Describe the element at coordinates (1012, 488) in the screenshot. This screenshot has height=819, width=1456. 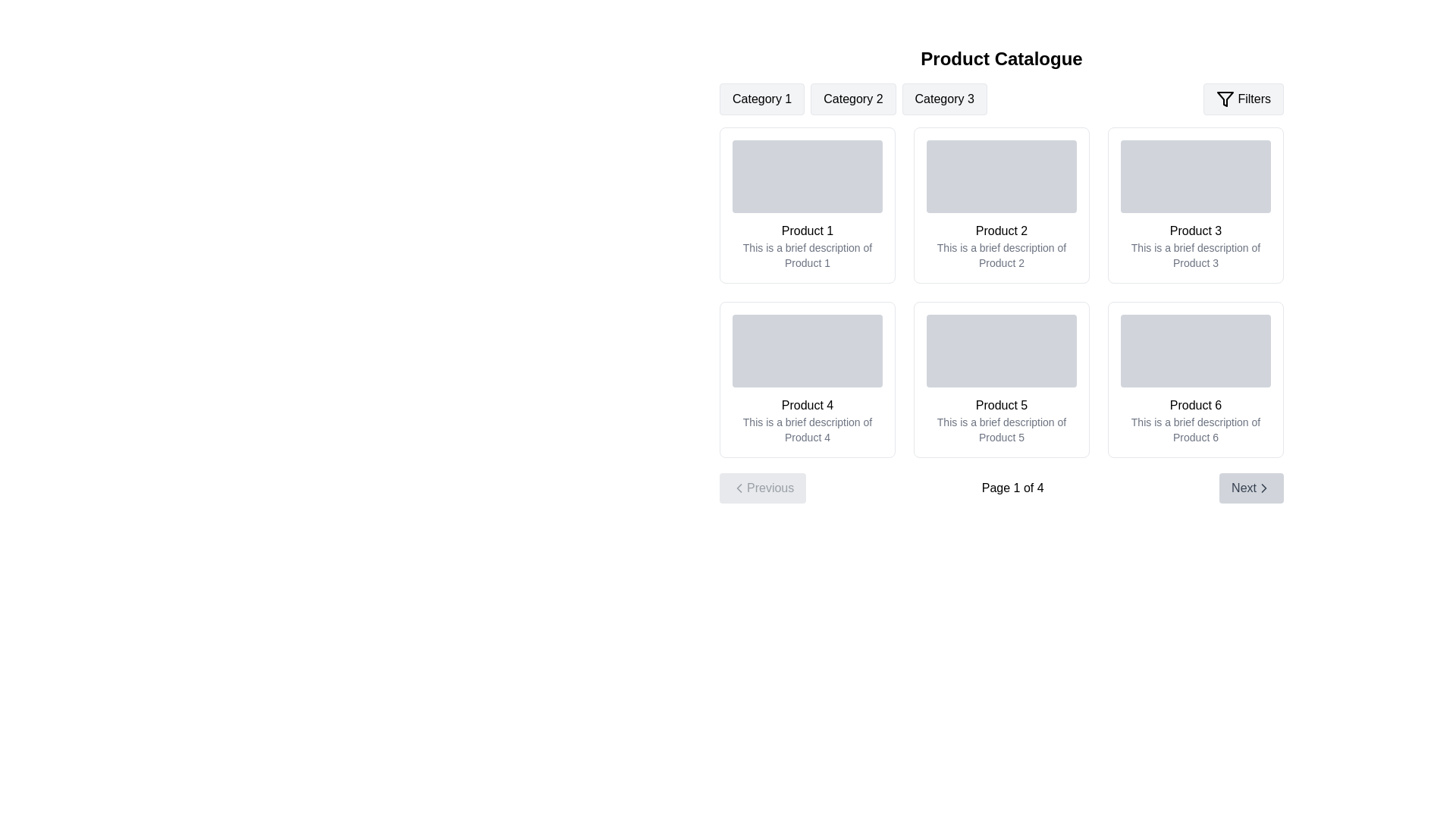
I see `the static text label that indicates the current page number and total pages in the pagination system, located in the navigation control bar at the bottom` at that location.